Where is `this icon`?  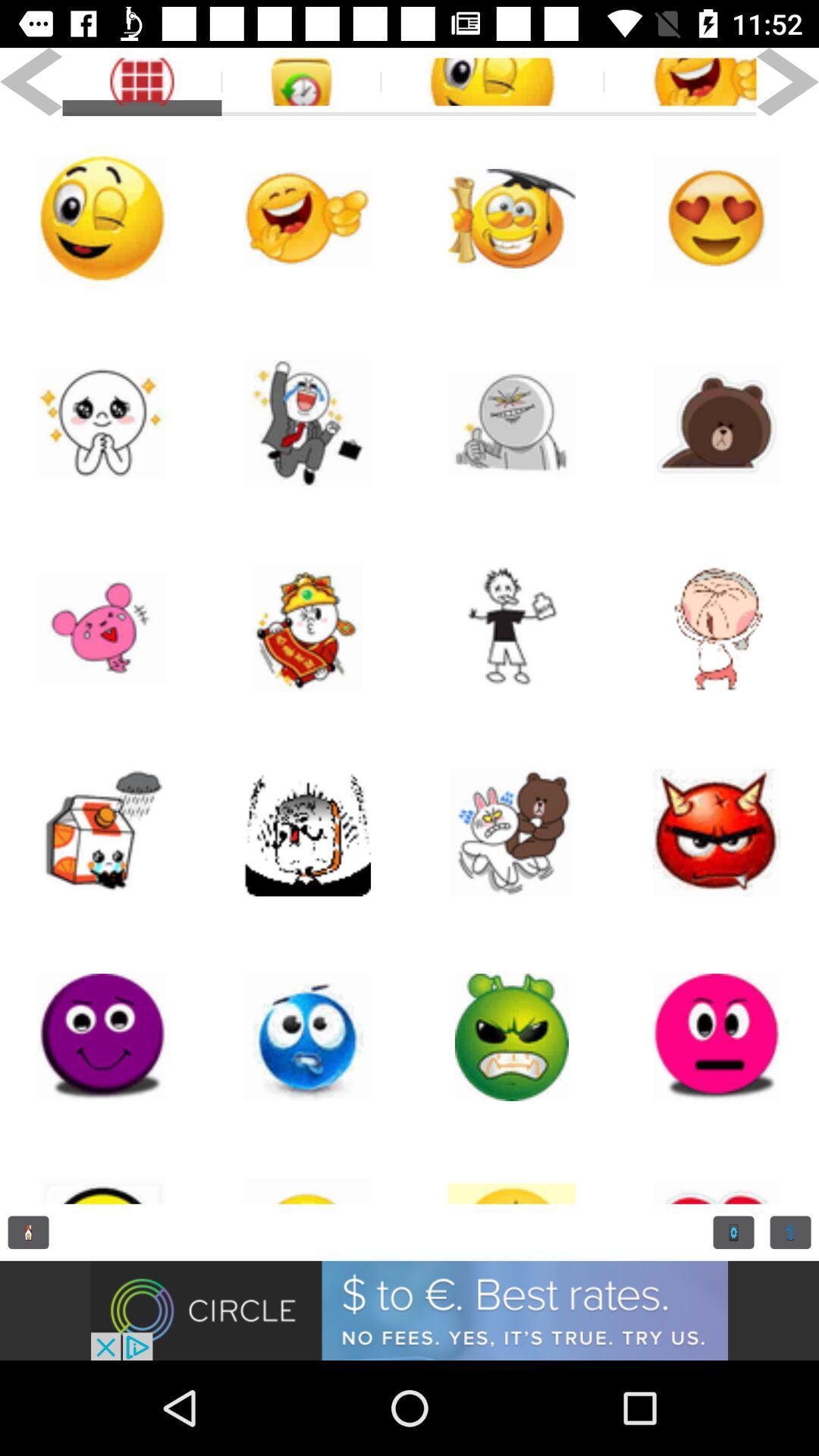
this icon is located at coordinates (307, 1171).